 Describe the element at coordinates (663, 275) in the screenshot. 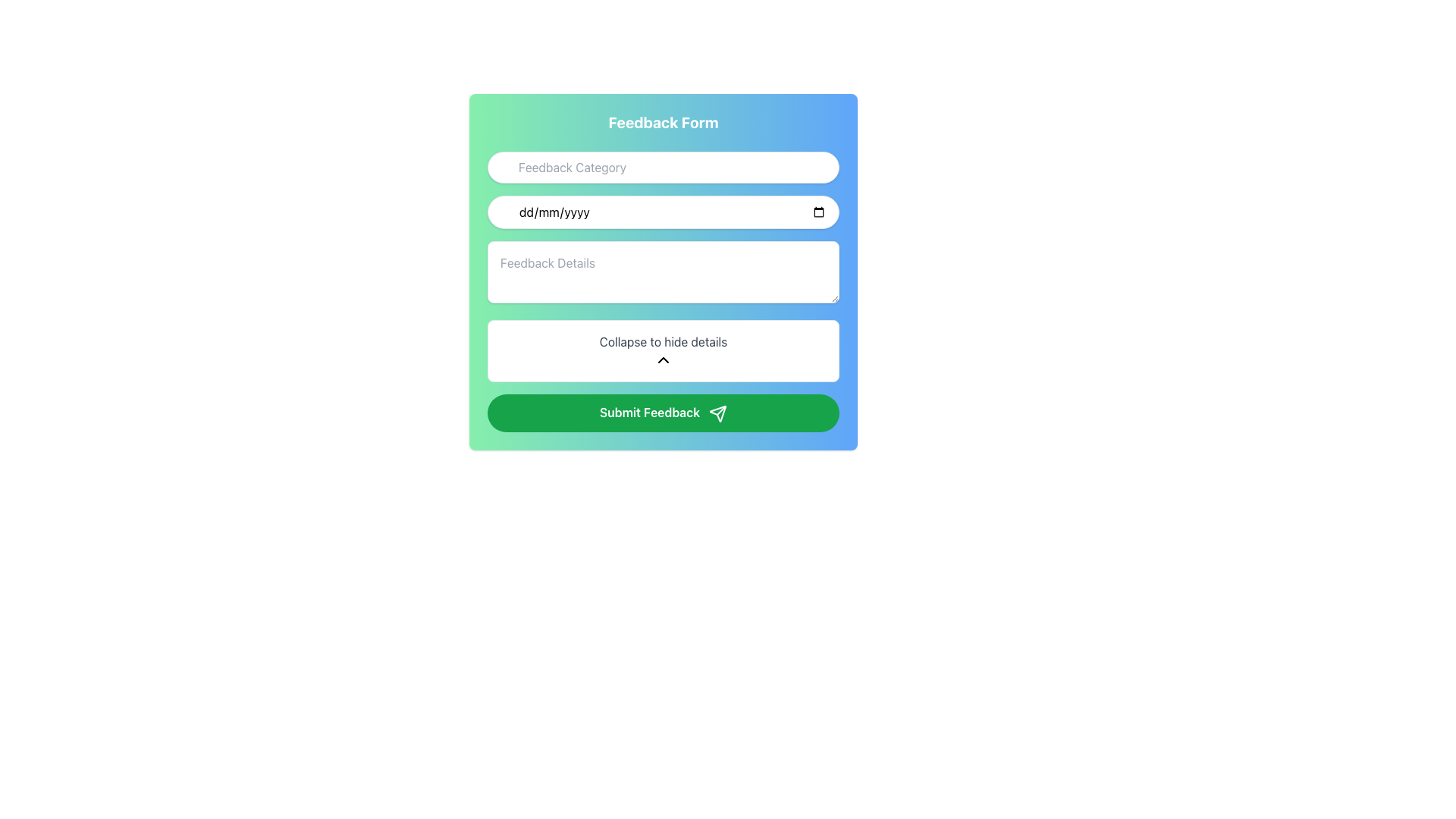

I see `the third input field in the form, which allows users to input detailed feedback` at that location.